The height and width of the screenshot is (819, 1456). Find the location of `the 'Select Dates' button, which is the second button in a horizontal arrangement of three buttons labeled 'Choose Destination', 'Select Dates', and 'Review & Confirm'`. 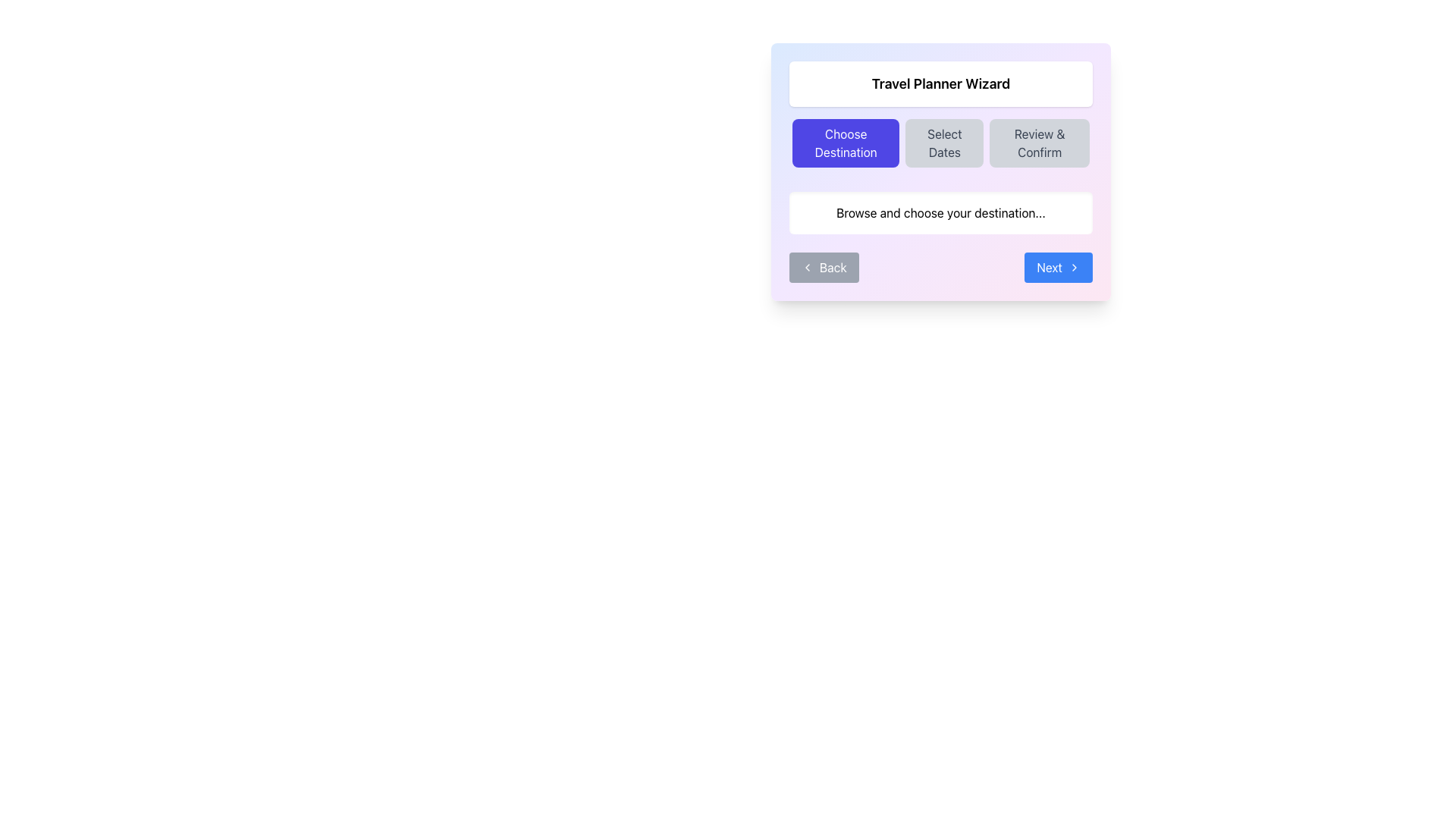

the 'Select Dates' button, which is the second button in a horizontal arrangement of three buttons labeled 'Choose Destination', 'Select Dates', and 'Review & Confirm' is located at coordinates (943, 143).